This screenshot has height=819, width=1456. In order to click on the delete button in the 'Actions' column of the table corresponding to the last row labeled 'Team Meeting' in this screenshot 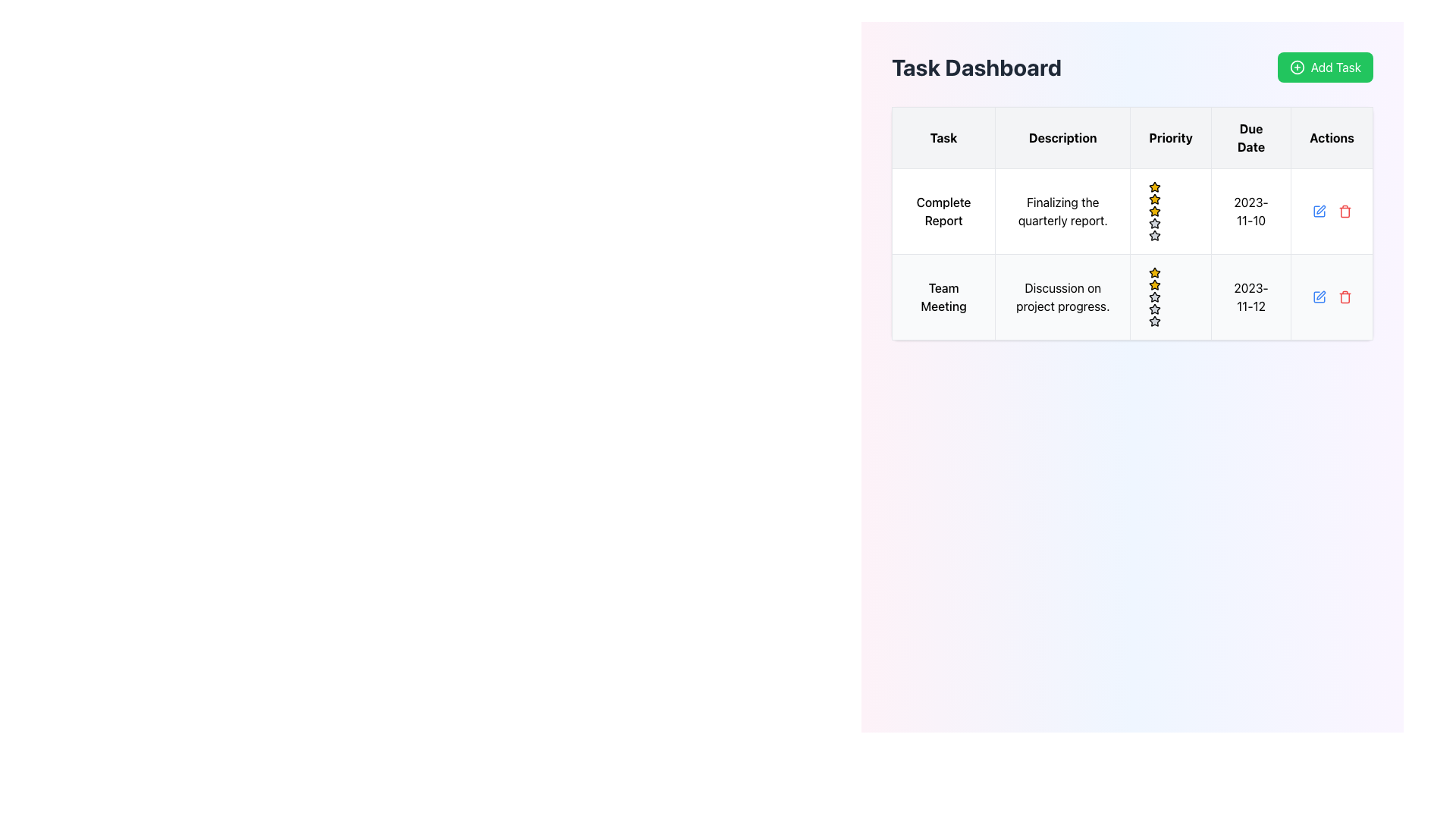, I will do `click(1345, 297)`.